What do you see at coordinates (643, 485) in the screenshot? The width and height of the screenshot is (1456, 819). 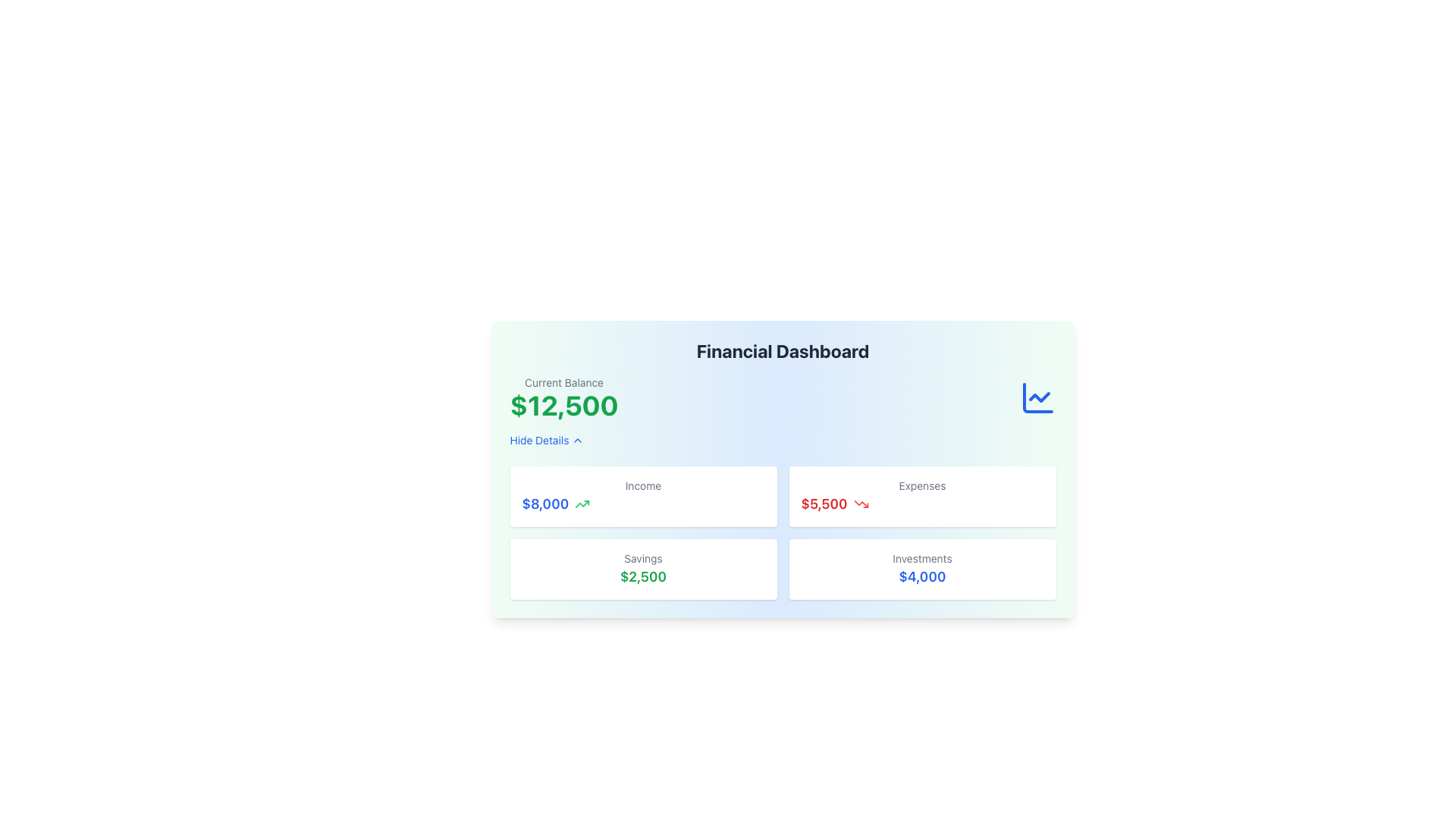 I see `the text label displaying 'Income', which is styled with a small font and light gray color, positioned above the monetary value '$8,000'` at bounding box center [643, 485].